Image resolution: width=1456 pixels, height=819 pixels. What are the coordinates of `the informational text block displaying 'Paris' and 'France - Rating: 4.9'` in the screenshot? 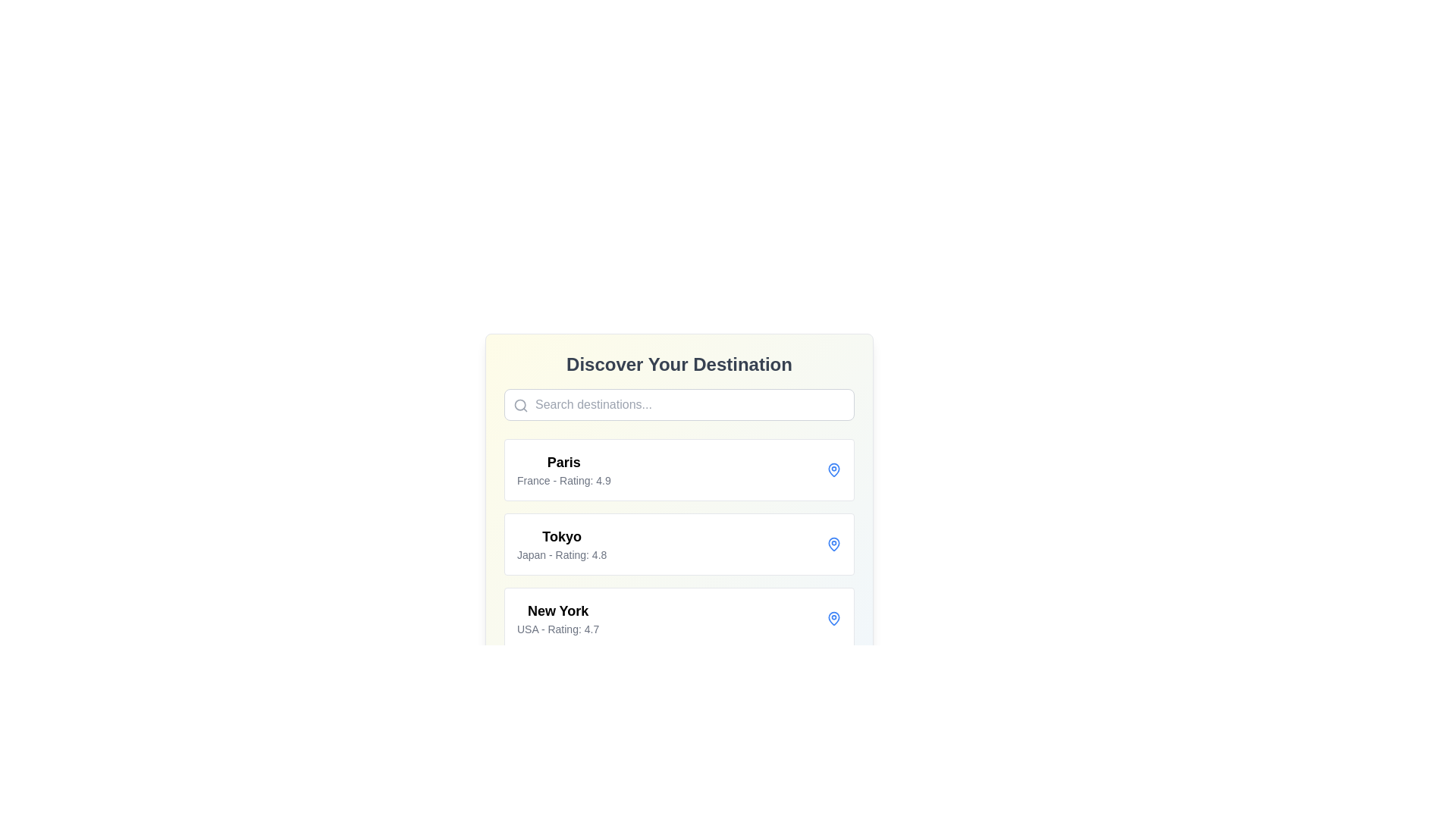 It's located at (563, 469).